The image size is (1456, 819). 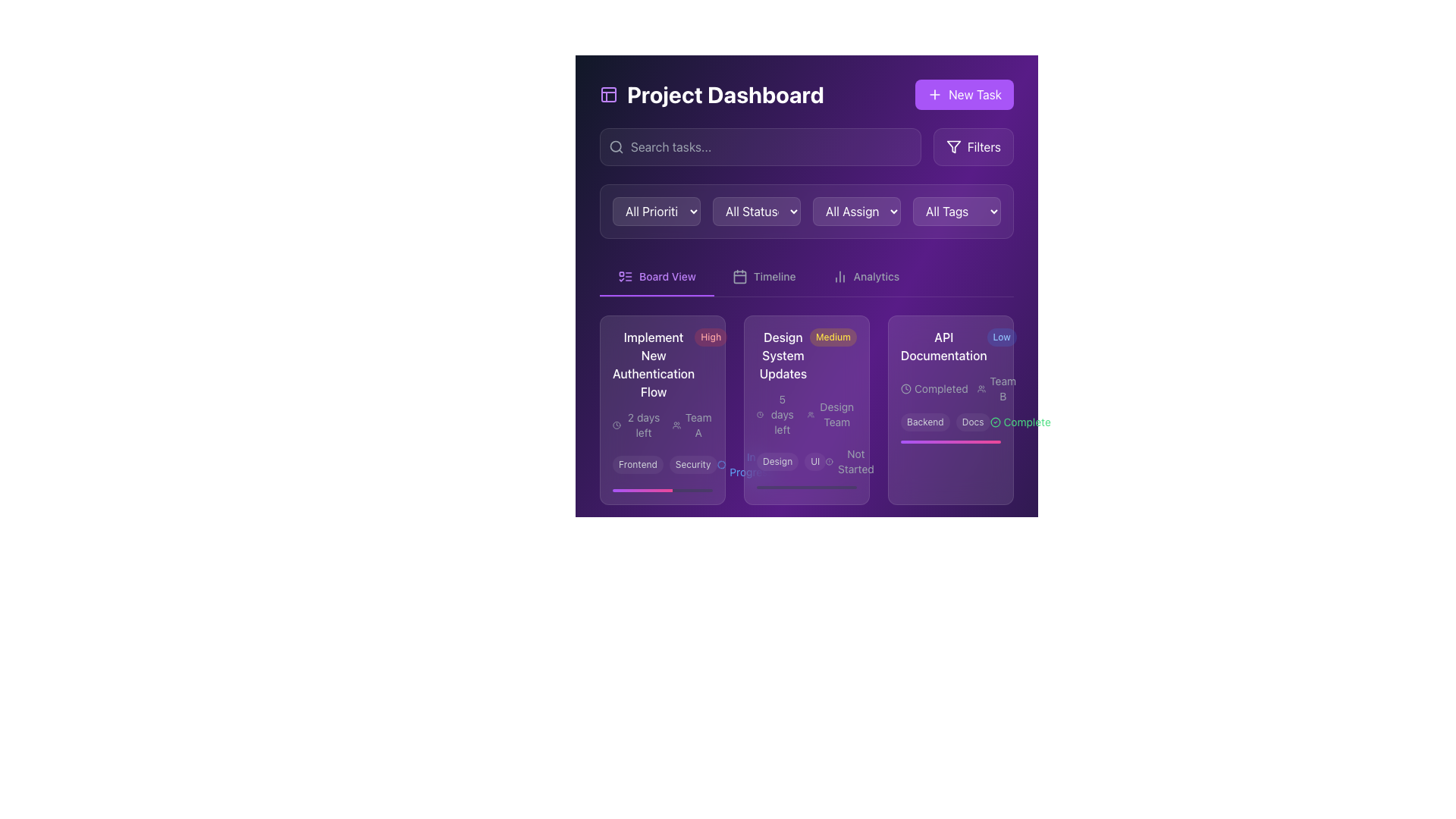 I want to click on the Navigation Button with Icon and Text that switches to the 'Timeline' view, located in the navigation bar between 'Board View' and 'Analytics', so click(x=764, y=277).